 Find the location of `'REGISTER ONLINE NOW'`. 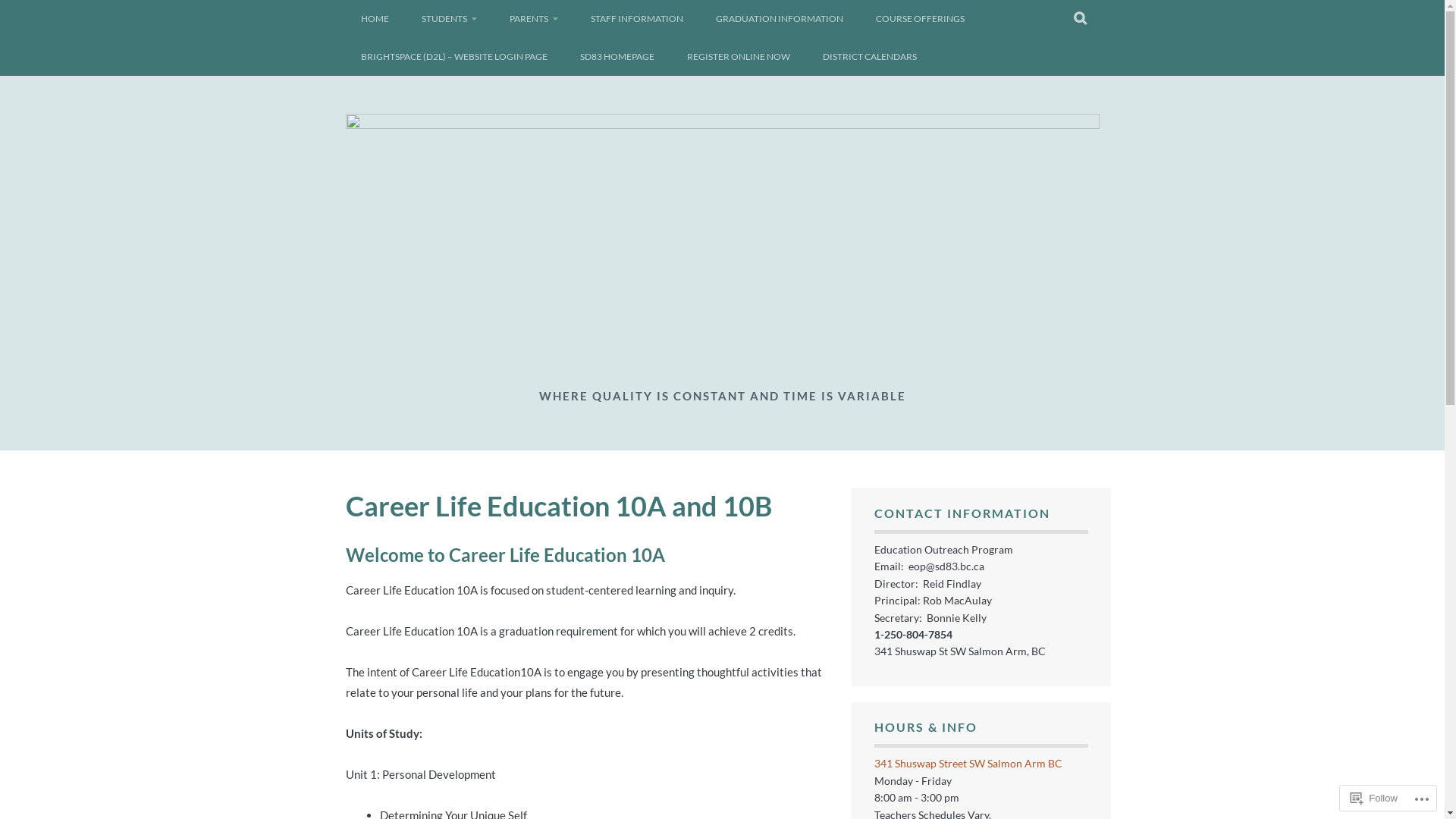

'REGISTER ONLINE NOW' is located at coordinates (671, 55).